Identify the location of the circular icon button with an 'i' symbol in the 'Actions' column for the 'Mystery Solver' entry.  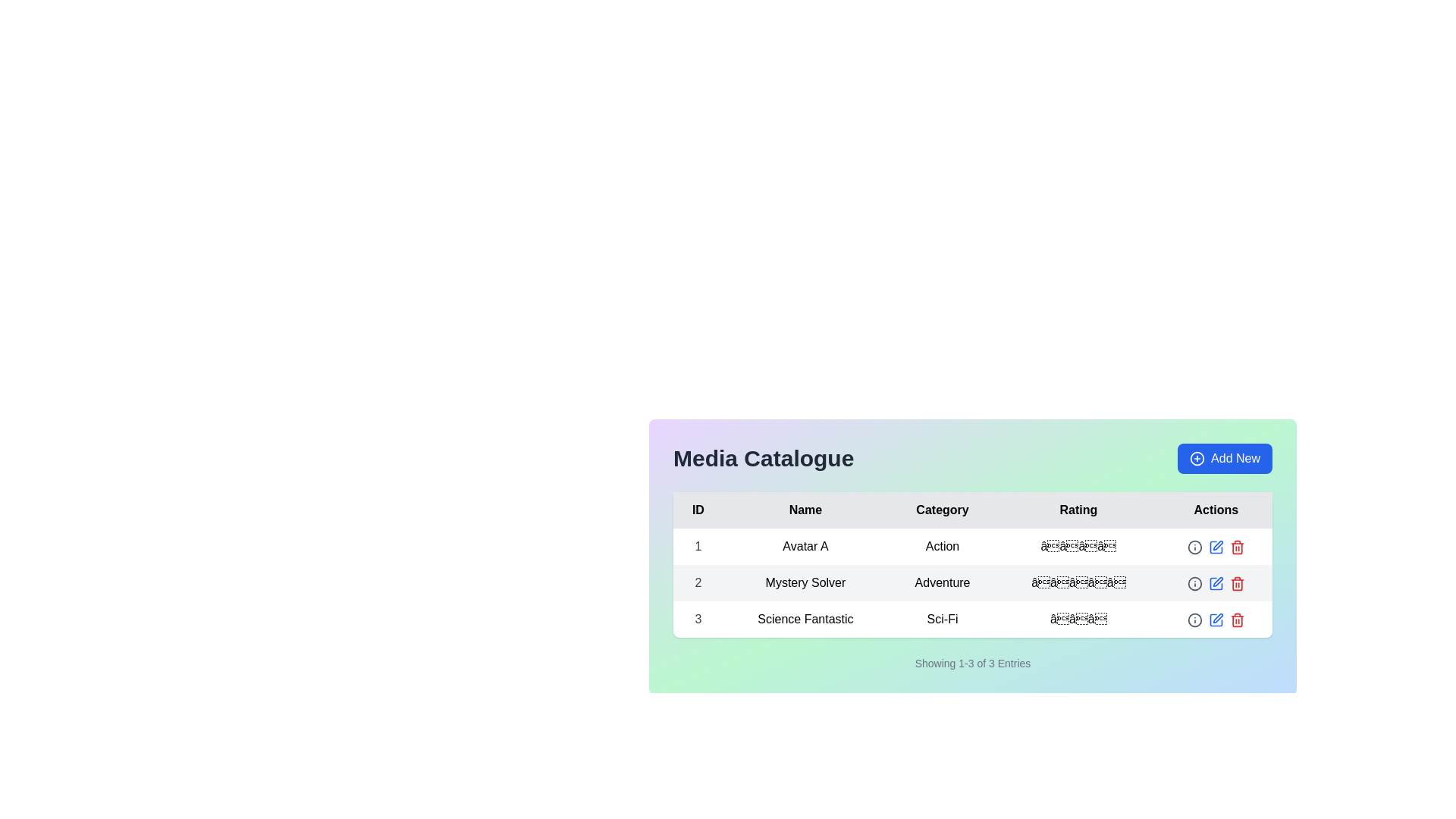
(1194, 582).